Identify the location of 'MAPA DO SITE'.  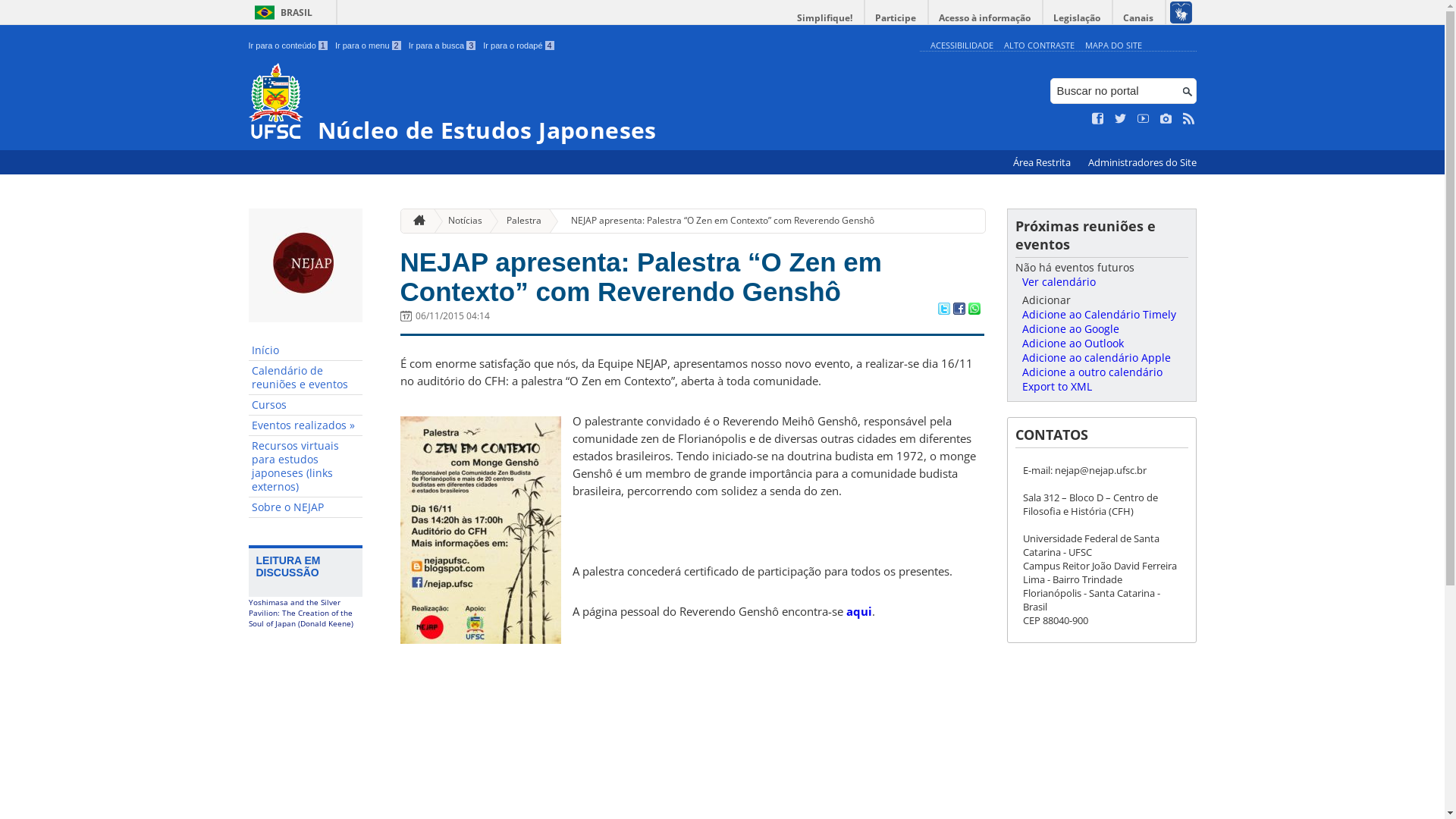
(1112, 44).